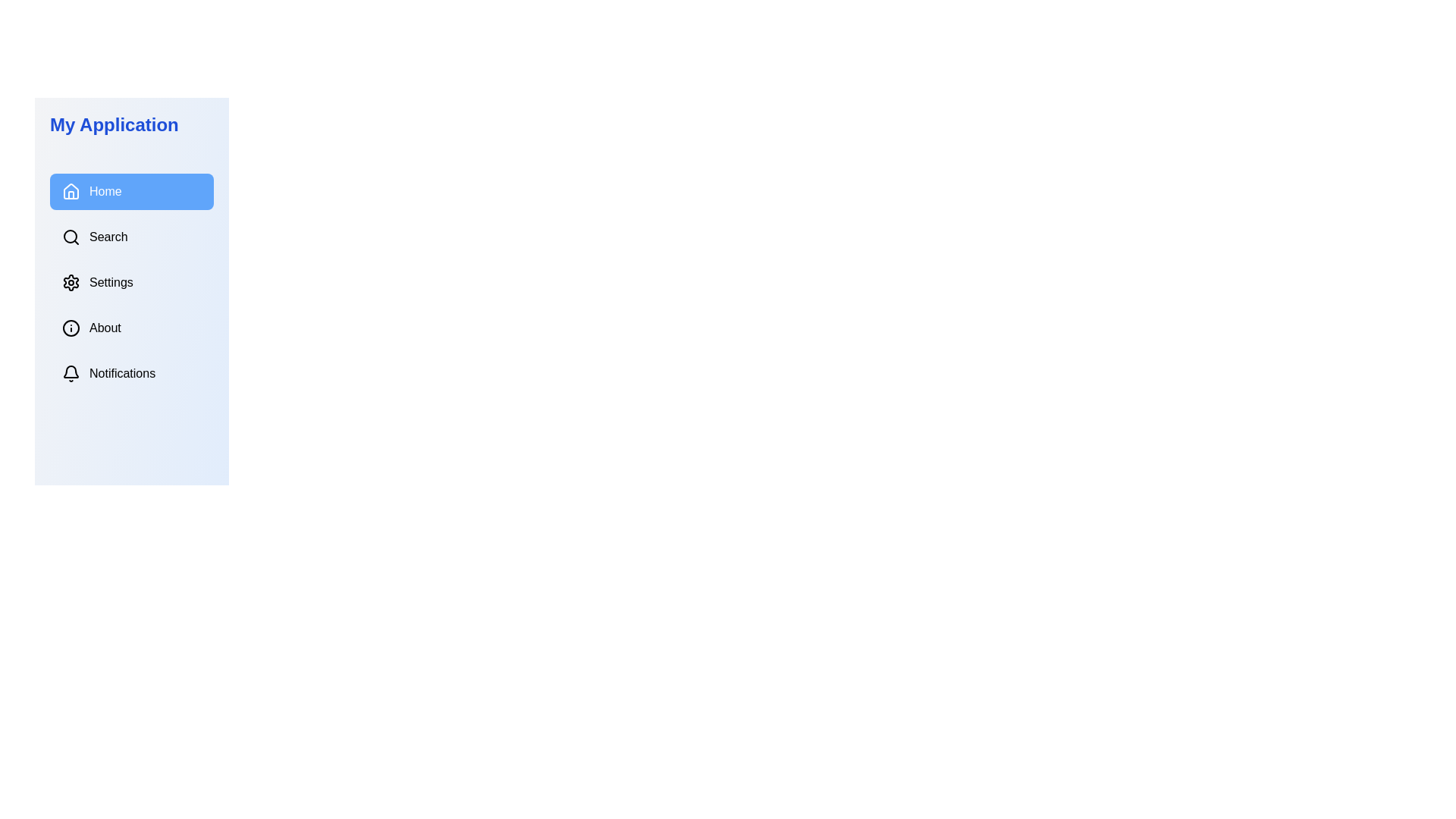  What do you see at coordinates (131, 327) in the screenshot?
I see `the 'About' menu item located fourth in the vertical navigation menu, positioned between 'Settings' and 'Notifications'` at bounding box center [131, 327].